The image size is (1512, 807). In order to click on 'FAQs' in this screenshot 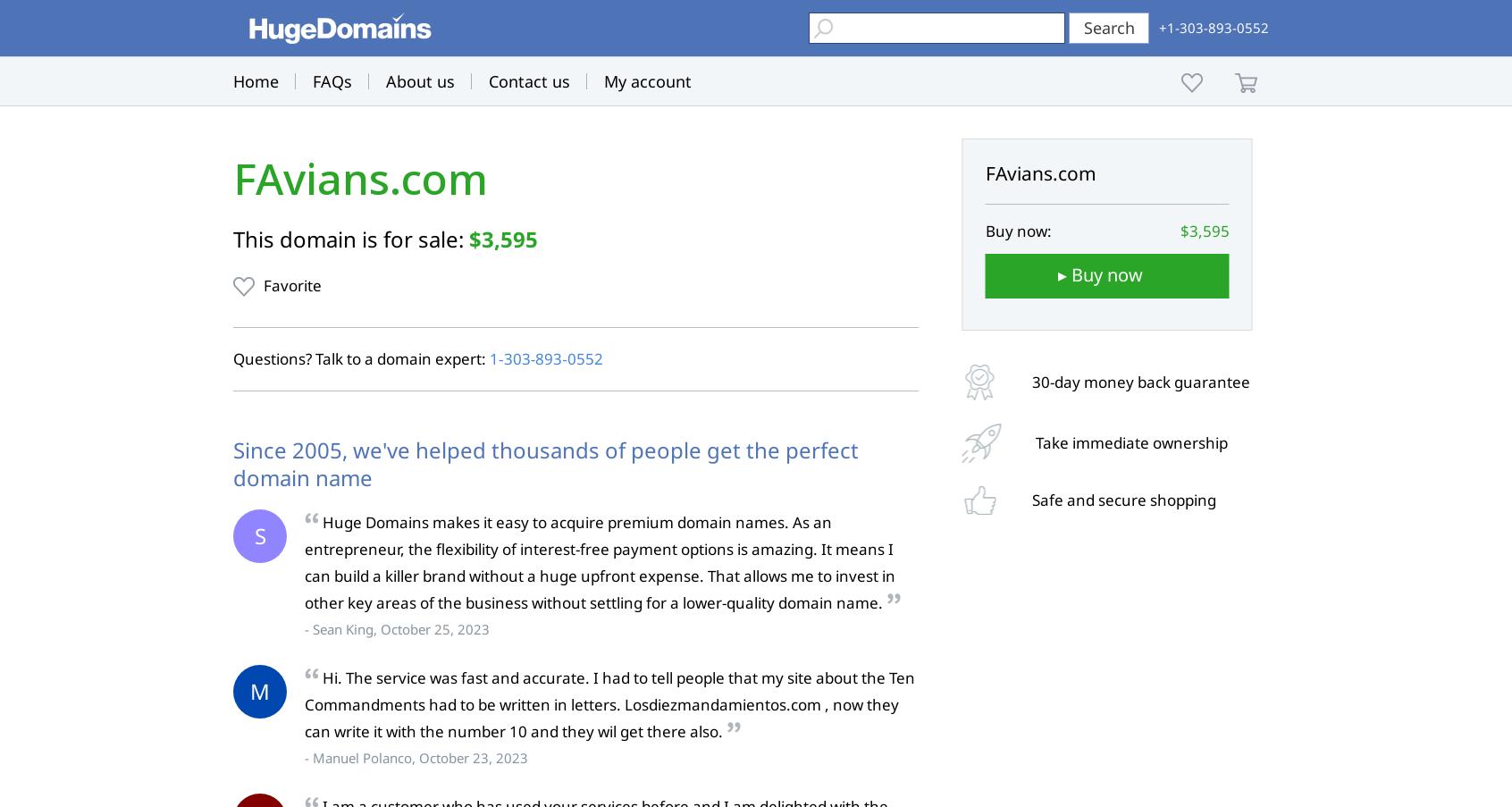, I will do `click(312, 81)`.